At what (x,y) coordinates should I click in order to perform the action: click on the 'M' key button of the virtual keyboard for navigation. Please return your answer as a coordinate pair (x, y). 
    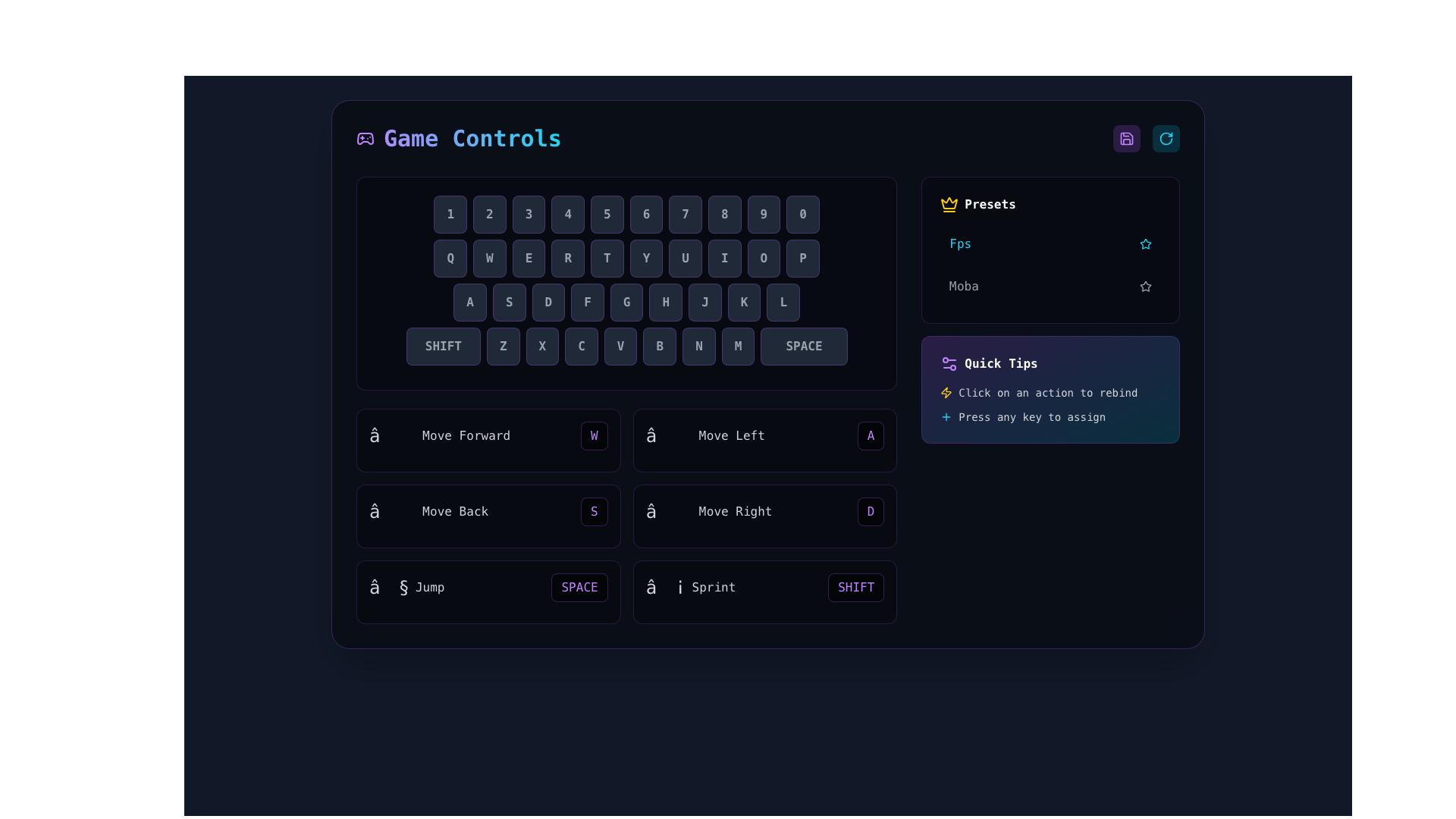
    Looking at the image, I should click on (738, 346).